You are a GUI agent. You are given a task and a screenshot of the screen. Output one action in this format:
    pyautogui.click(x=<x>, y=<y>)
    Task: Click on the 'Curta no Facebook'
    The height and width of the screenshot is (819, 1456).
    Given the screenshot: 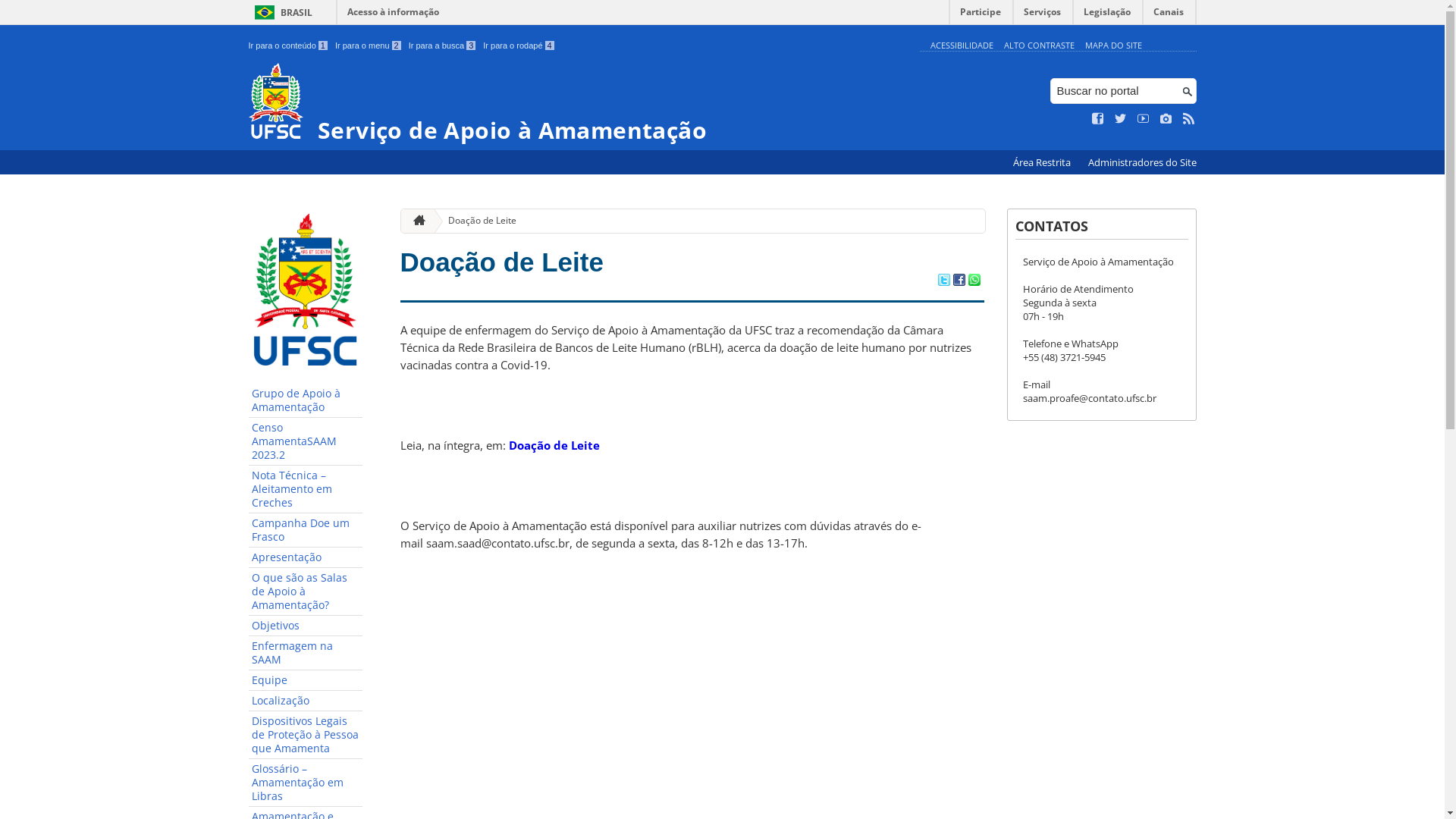 What is the action you would take?
    pyautogui.click(x=1098, y=118)
    